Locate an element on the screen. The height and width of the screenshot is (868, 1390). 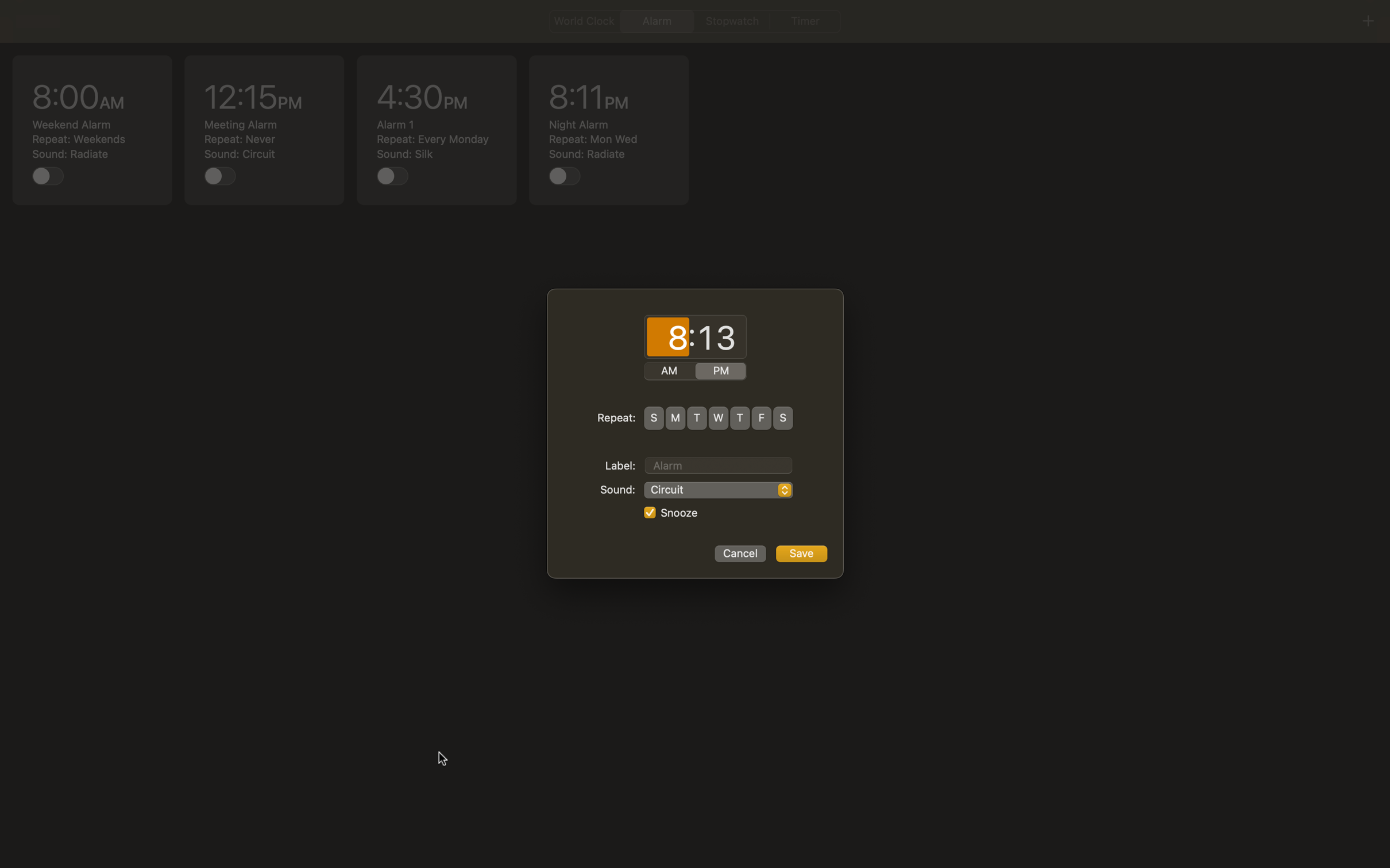
Program the time with hour as 7 and minutes as 45 is located at coordinates (667, 338).